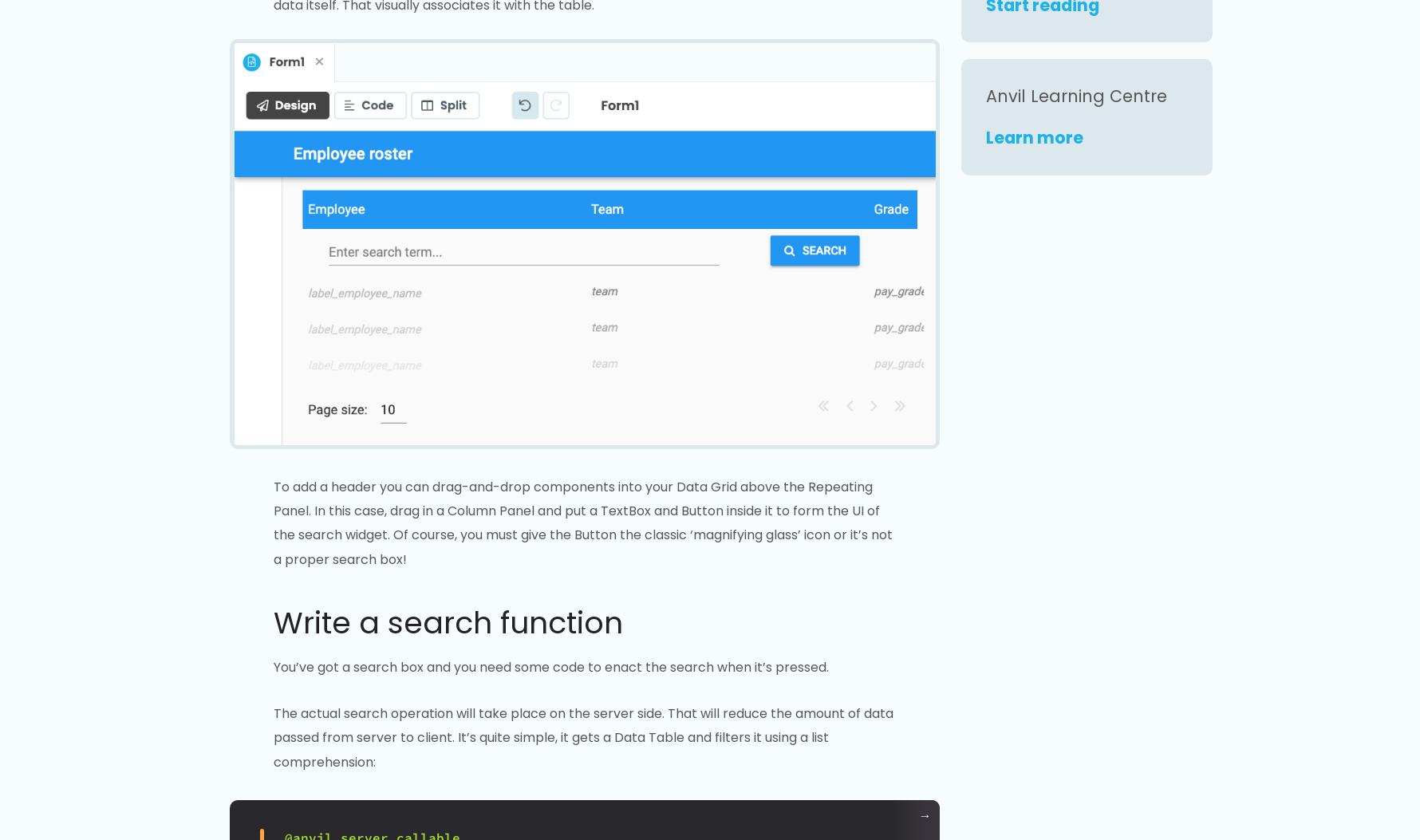  Describe the element at coordinates (498, 138) in the screenshot. I see `'Open in Anvil'` at that location.